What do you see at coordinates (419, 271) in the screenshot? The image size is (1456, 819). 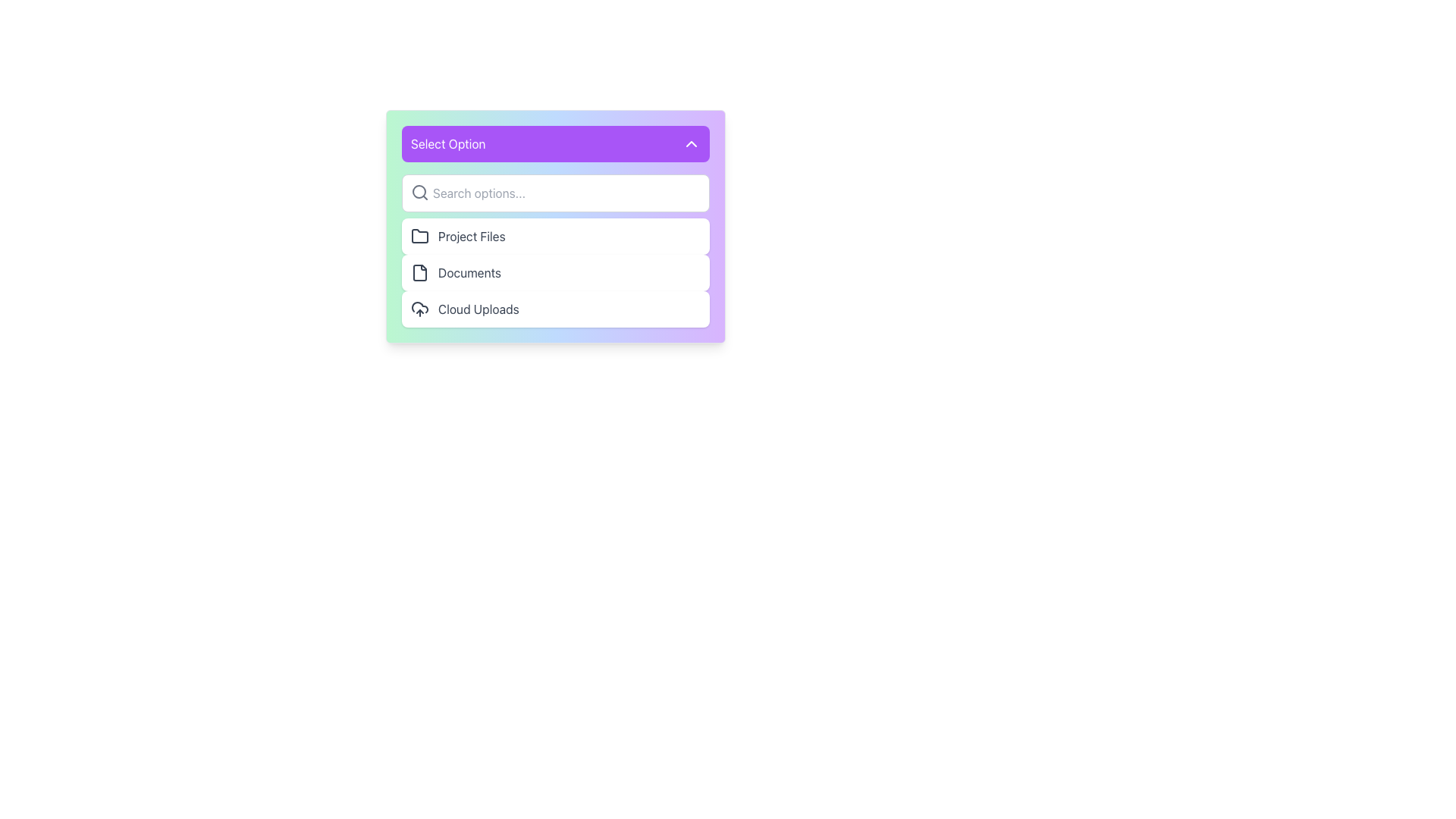 I see `the document file icon located within the 'Documents' menu item in the dropdown list` at bounding box center [419, 271].